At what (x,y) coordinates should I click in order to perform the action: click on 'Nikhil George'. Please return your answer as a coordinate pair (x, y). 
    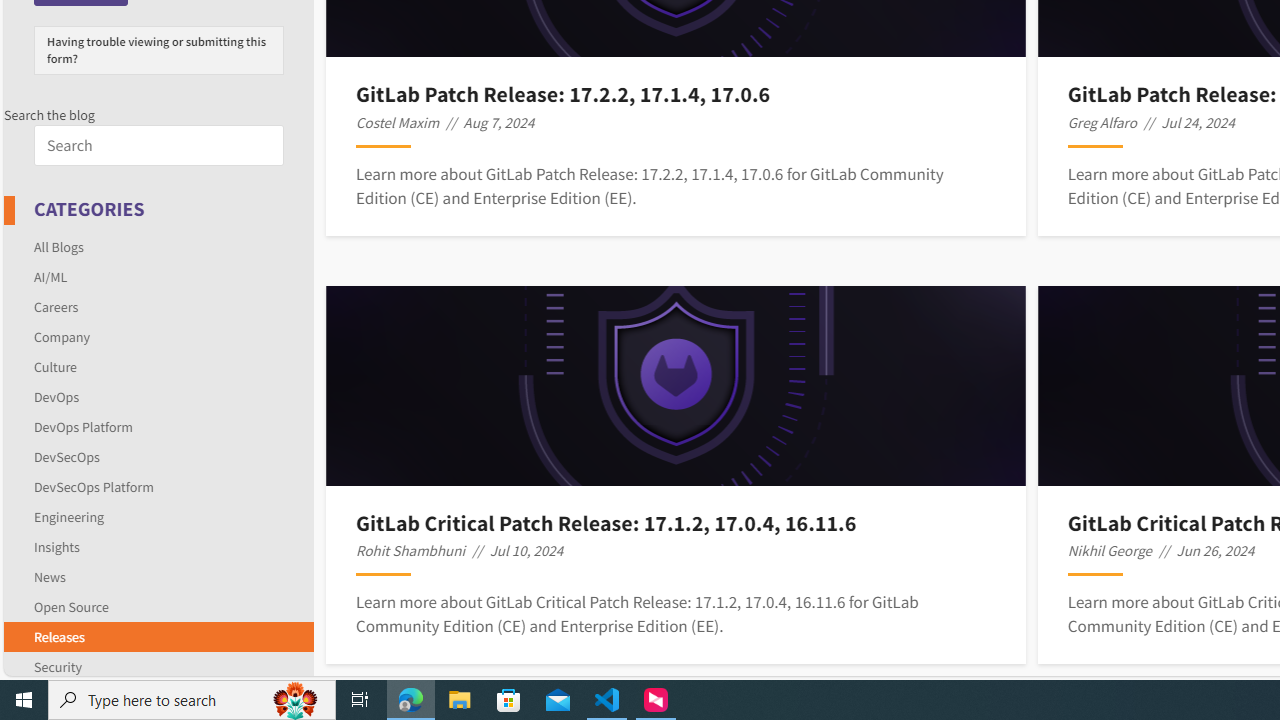
    Looking at the image, I should click on (1108, 550).